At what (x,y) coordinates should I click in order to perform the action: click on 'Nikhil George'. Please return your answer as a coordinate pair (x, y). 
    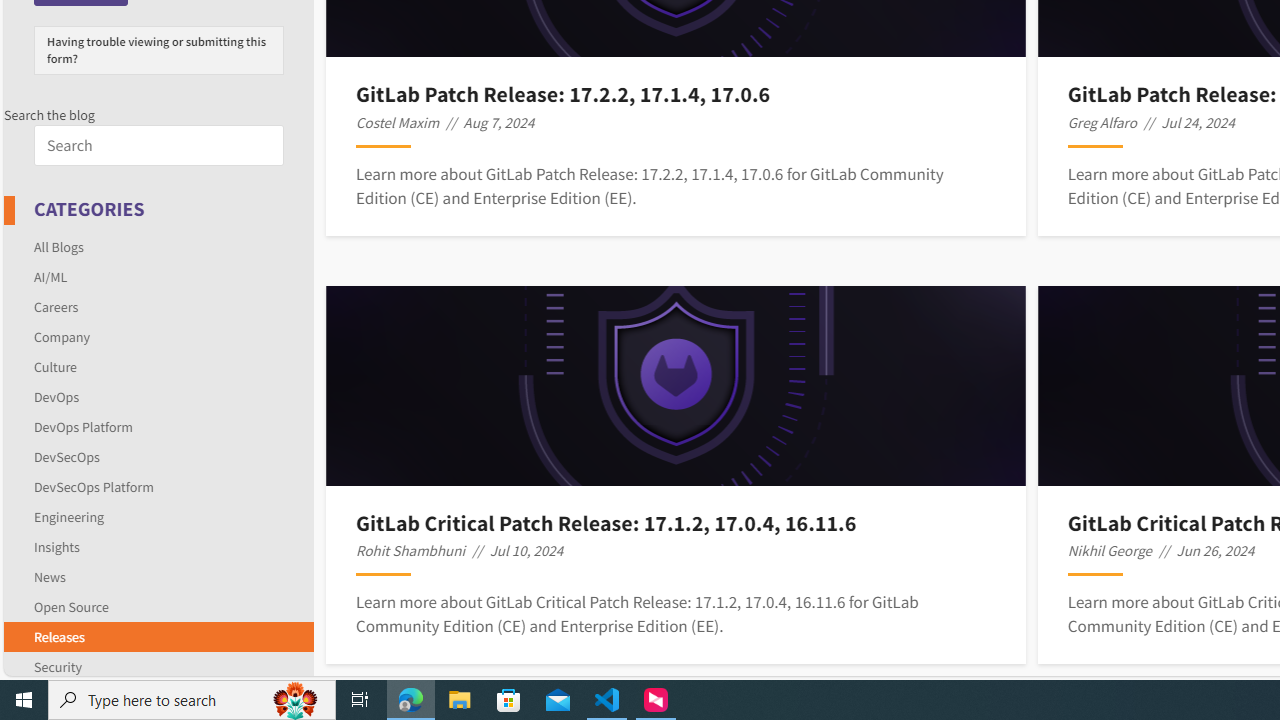
    Looking at the image, I should click on (1108, 550).